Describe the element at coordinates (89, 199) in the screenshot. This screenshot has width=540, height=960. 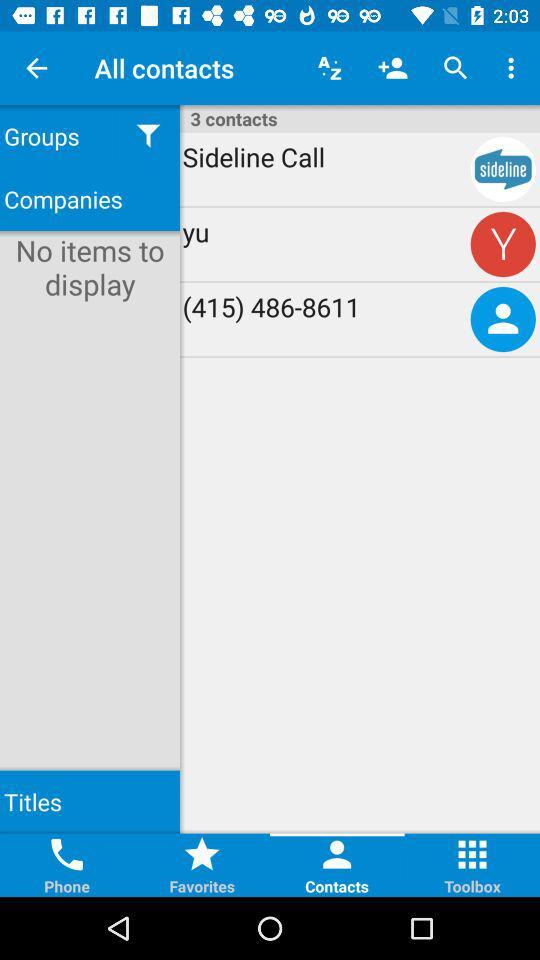
I see `companies icon` at that location.